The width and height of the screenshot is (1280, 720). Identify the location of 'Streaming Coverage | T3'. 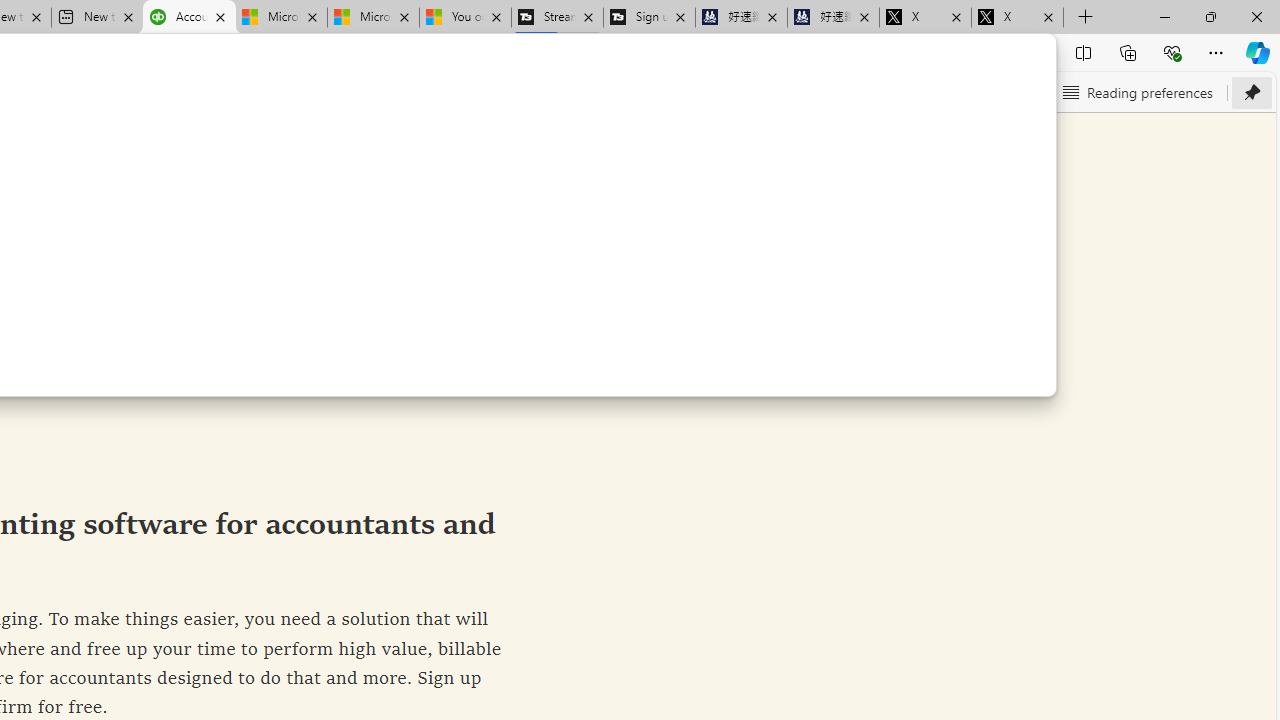
(557, 17).